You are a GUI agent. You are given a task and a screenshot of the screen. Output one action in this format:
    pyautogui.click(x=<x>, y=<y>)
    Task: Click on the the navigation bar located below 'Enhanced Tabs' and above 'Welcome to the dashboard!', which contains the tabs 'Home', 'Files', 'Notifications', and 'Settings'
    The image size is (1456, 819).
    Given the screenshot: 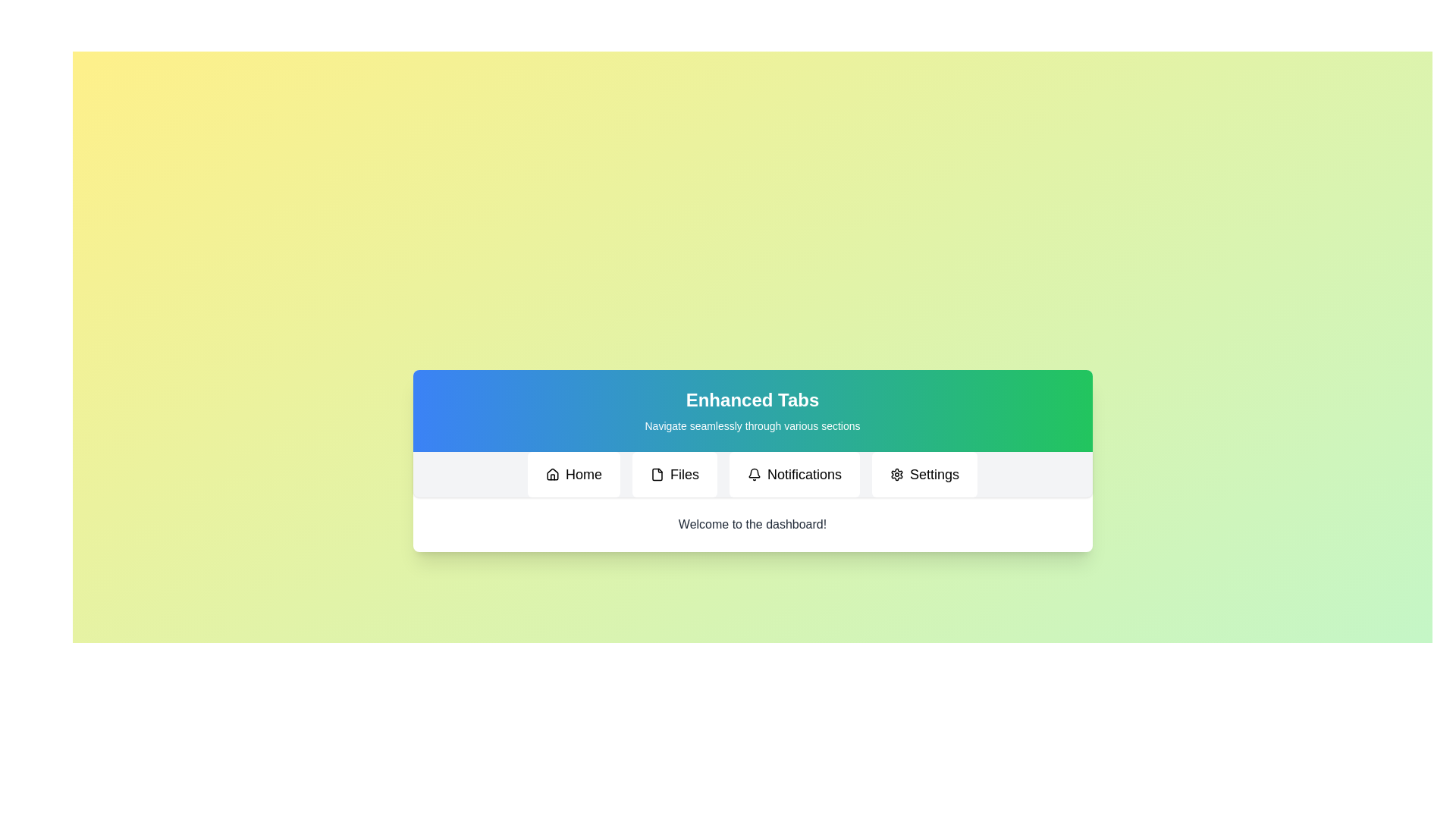 What is the action you would take?
    pyautogui.click(x=752, y=473)
    